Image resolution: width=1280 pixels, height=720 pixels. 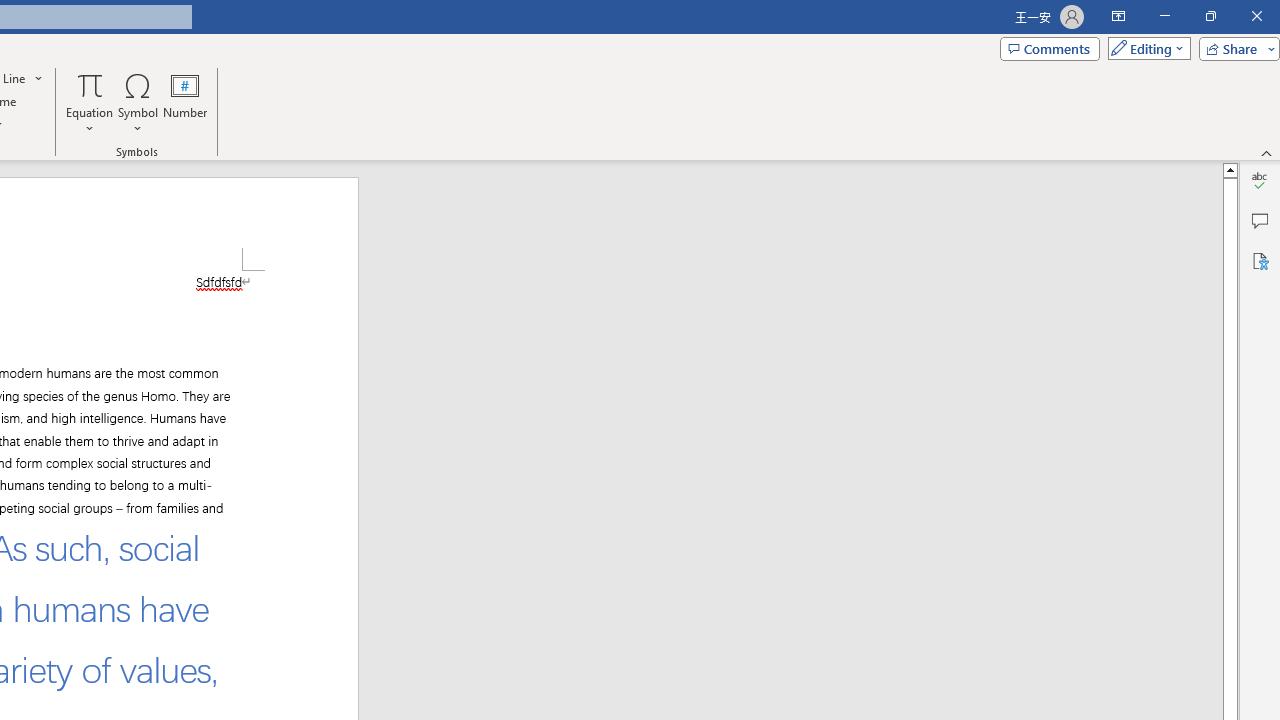 I want to click on 'Editing', so click(x=1144, y=47).